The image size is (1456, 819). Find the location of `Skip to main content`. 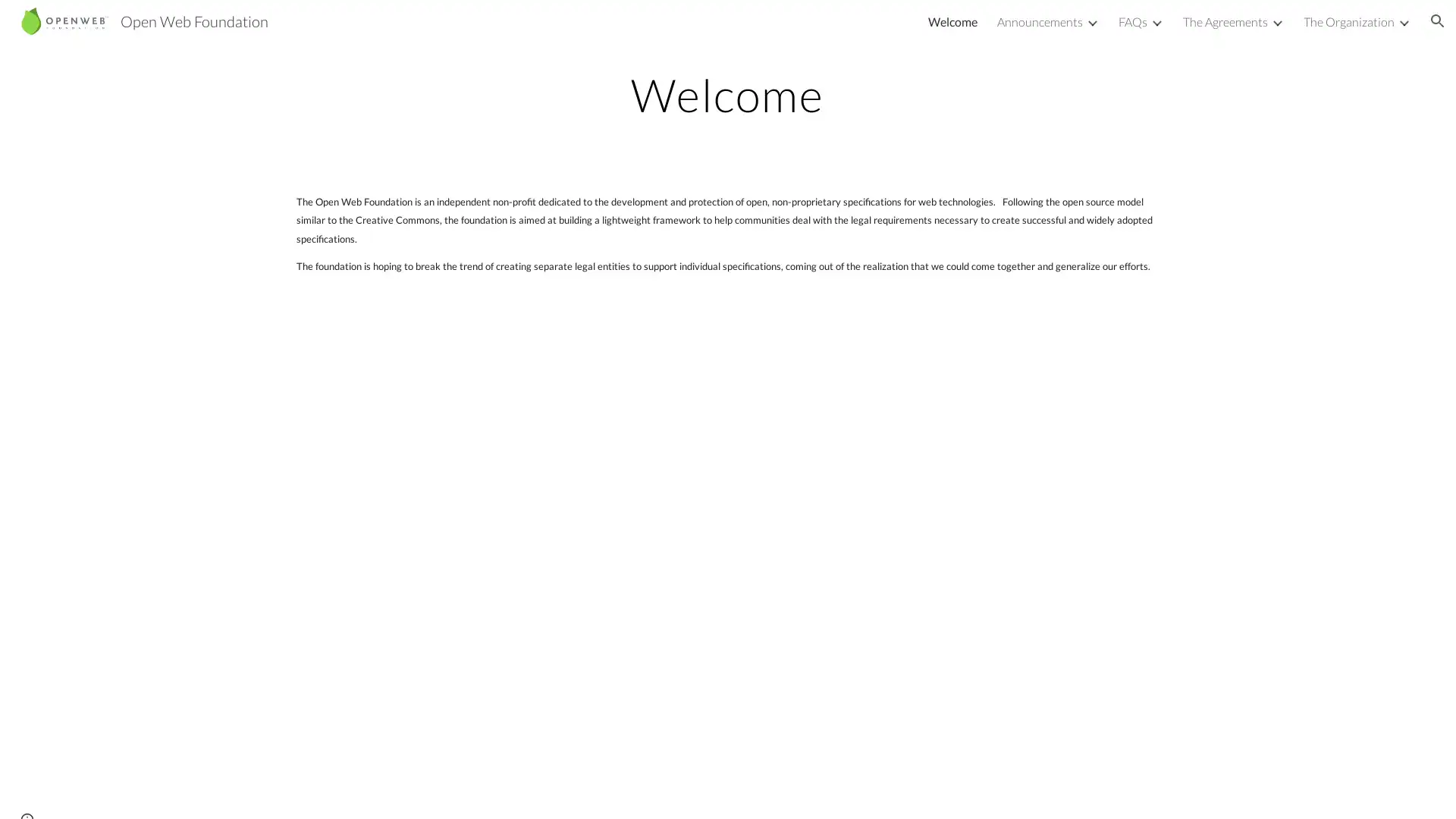

Skip to main content is located at coordinates (597, 28).